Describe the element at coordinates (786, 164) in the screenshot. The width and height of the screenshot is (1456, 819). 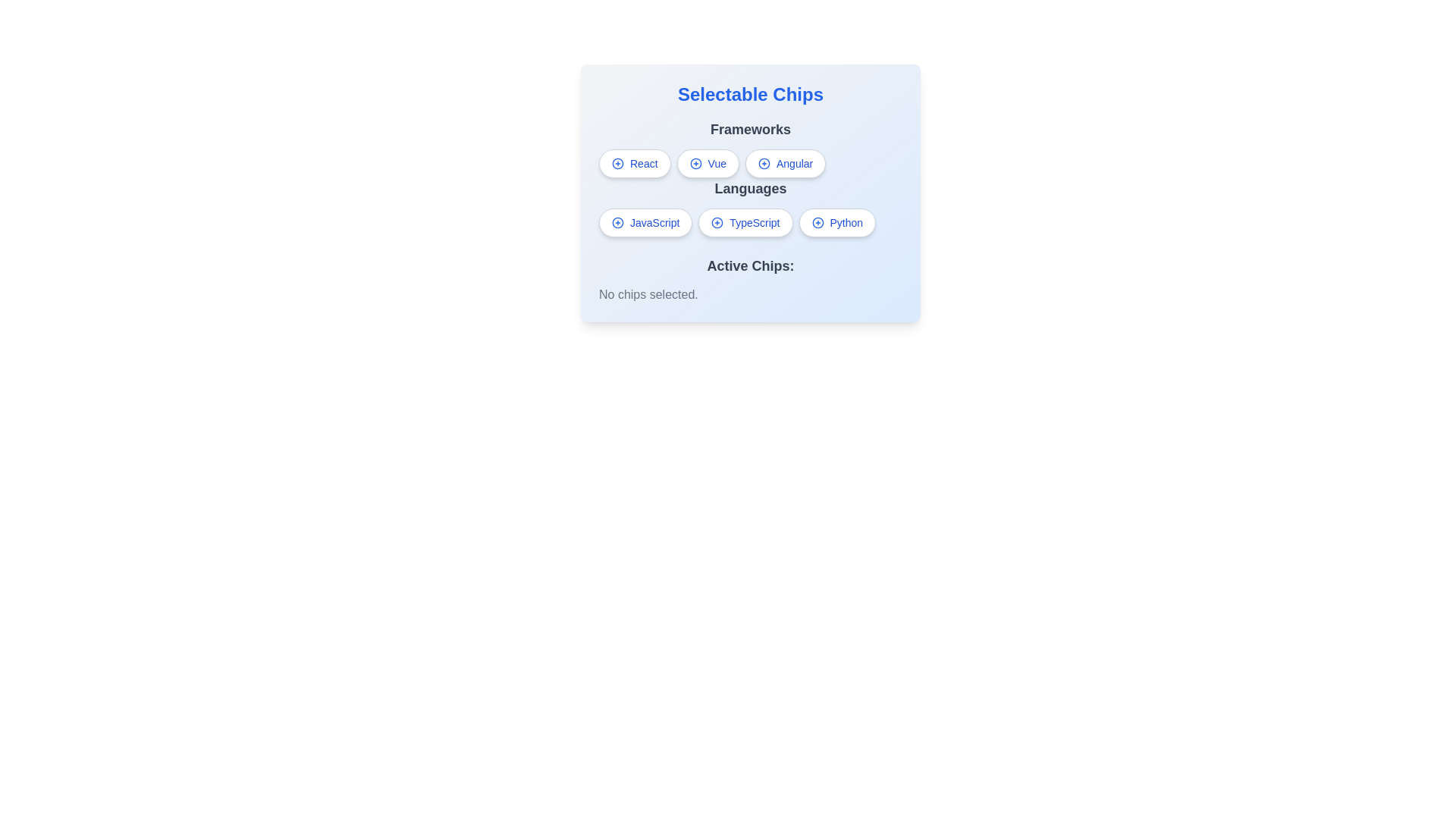
I see `the third button labeled 'Angular' with a '+' blue icon in the Frameworks section` at that location.